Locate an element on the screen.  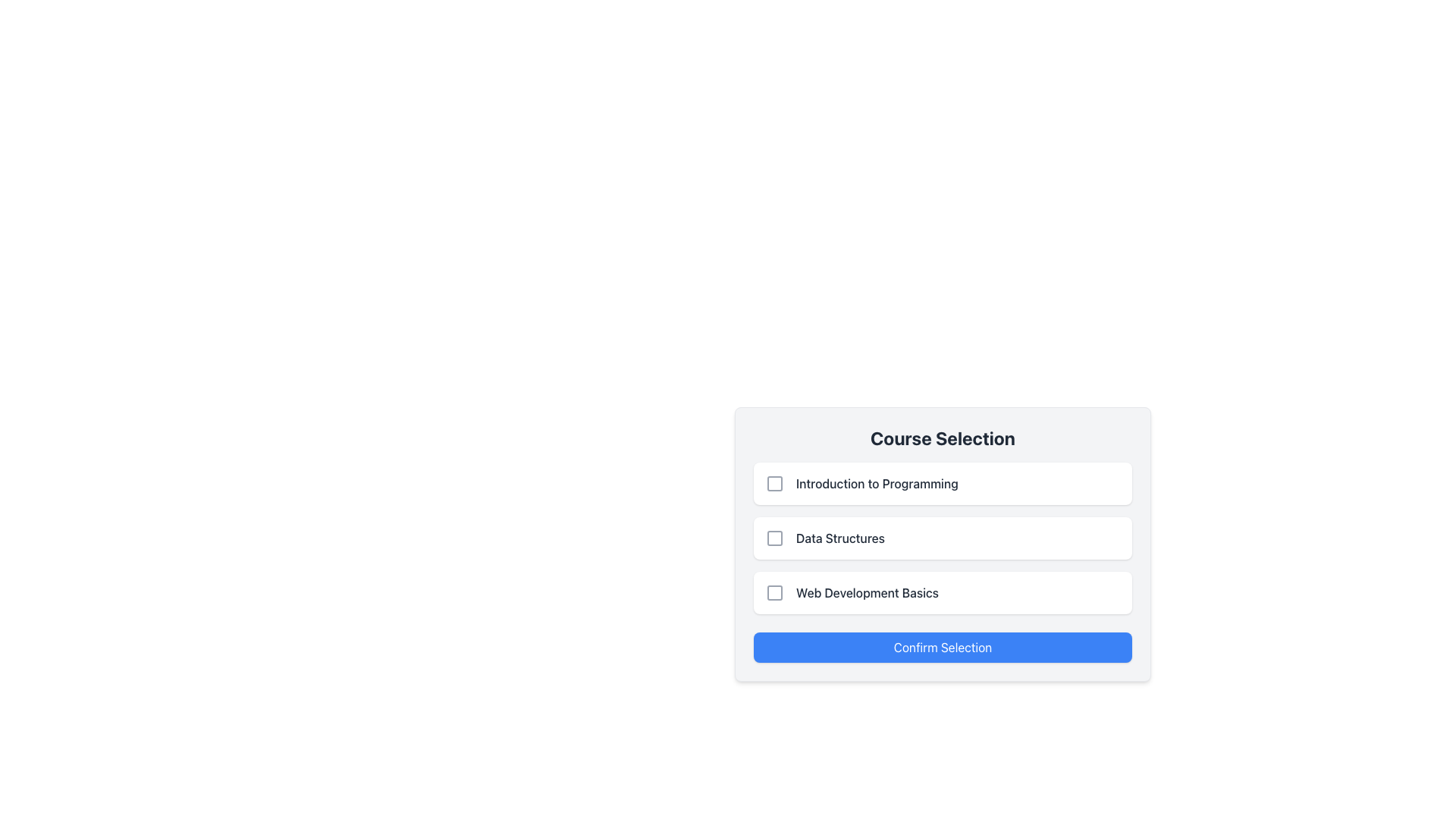
the label for the course option within the 'Data Structures' content box, located in the second row of the course selection list under 'Course Selection' is located at coordinates (839, 537).